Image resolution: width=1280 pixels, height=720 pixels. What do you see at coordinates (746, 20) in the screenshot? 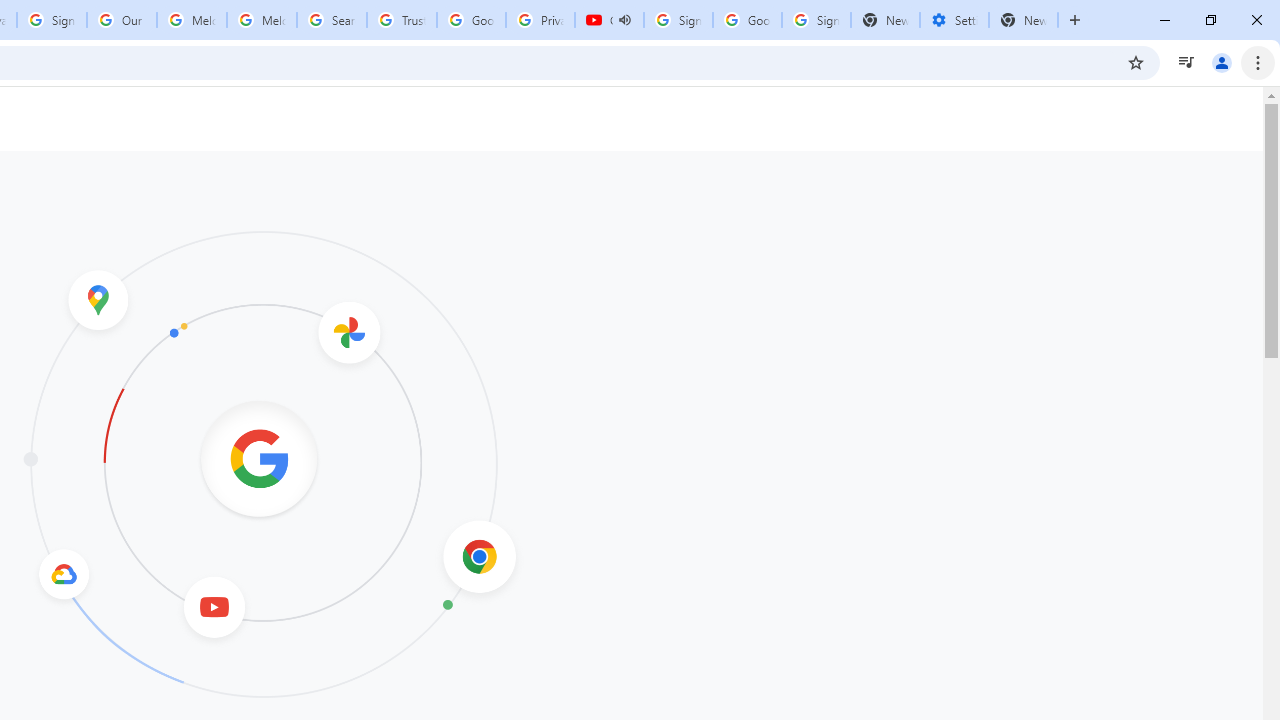
I see `'Google Cybersecurity Innovations - Google Safety Center'` at bounding box center [746, 20].